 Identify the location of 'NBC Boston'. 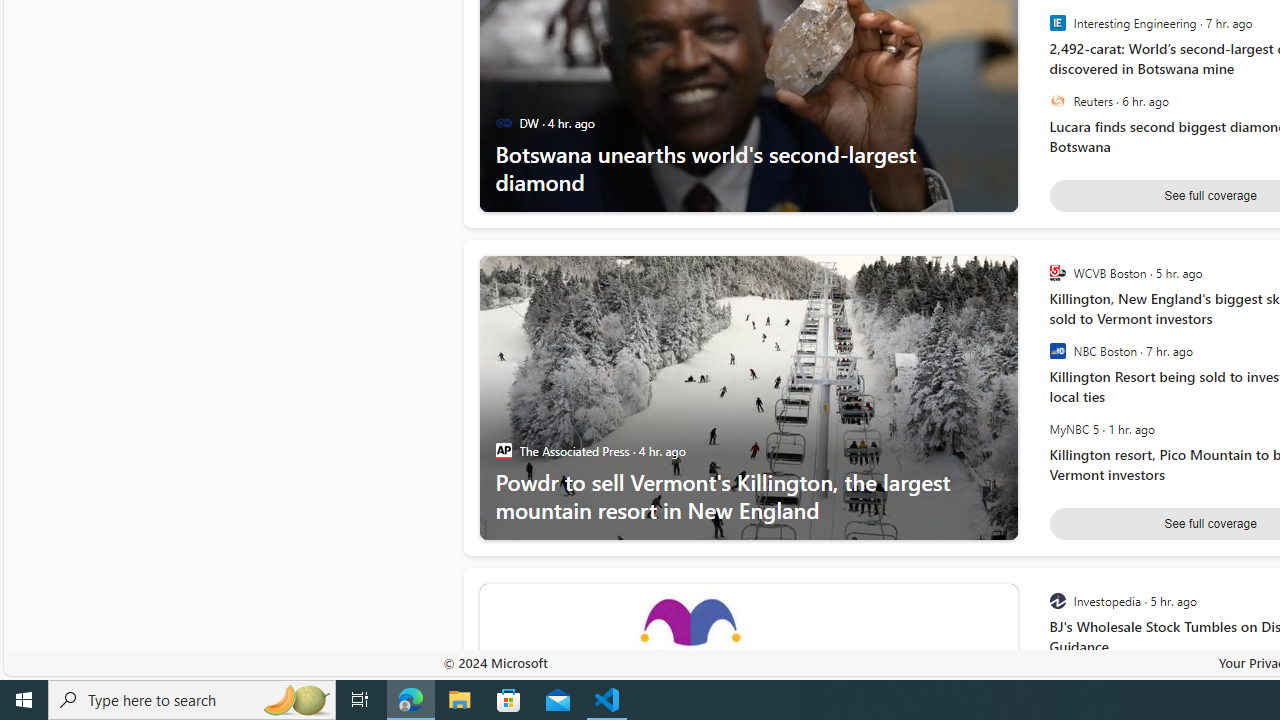
(1056, 350).